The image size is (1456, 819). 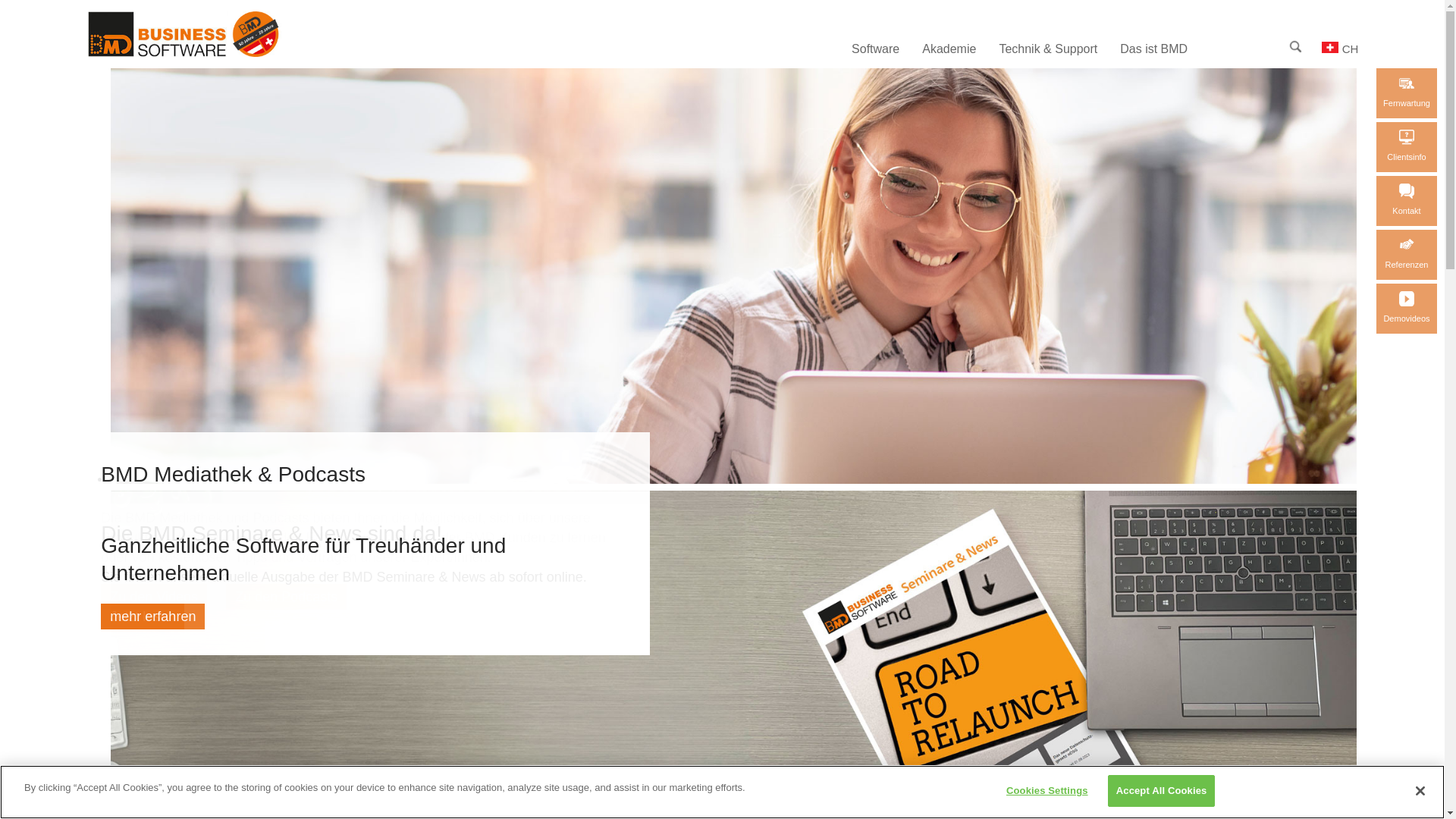 What do you see at coordinates (1047, 49) in the screenshot?
I see `'Technik & Support'` at bounding box center [1047, 49].